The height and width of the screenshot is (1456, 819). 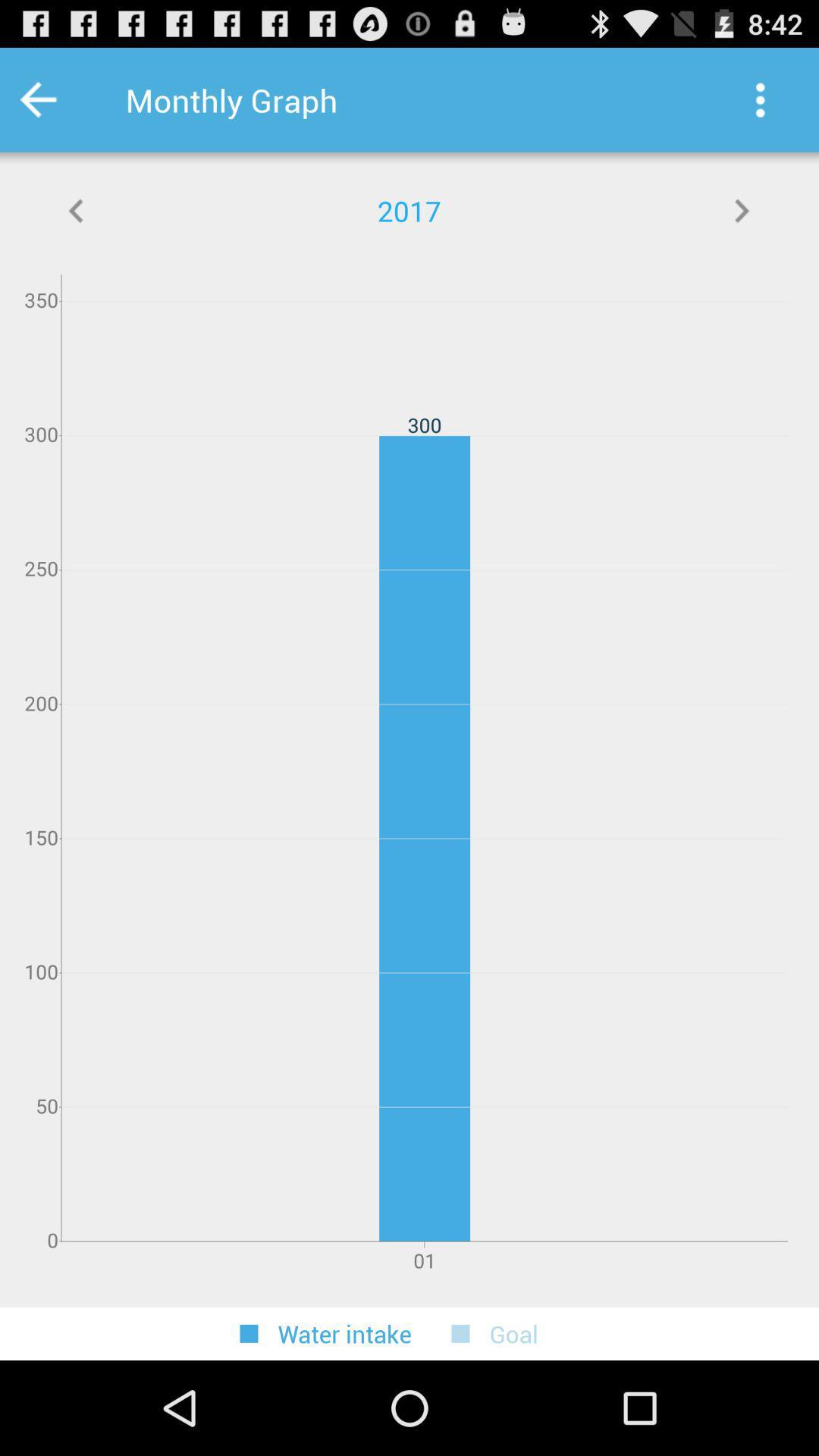 I want to click on the app below the monthly graph item, so click(x=741, y=210).